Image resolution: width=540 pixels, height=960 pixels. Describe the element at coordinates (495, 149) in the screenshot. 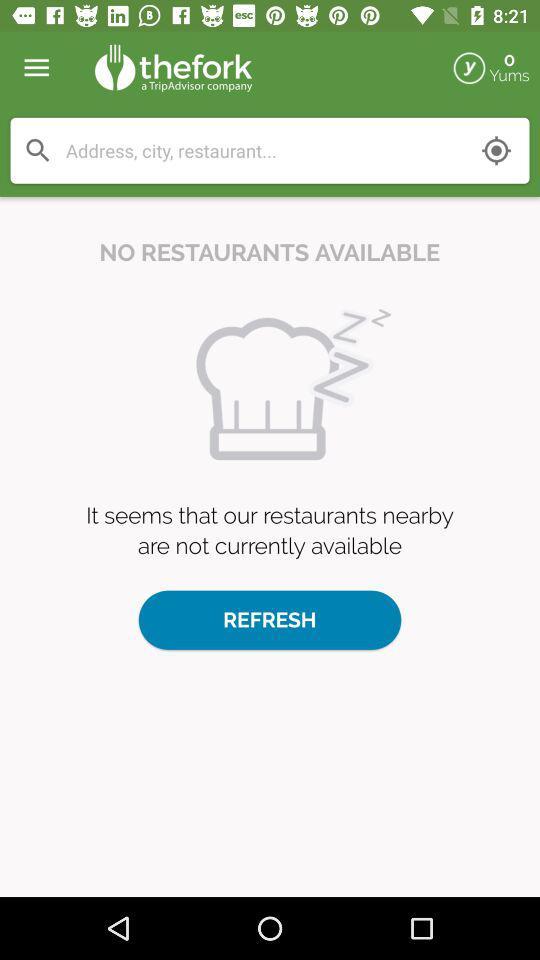

I see `search nearby` at that location.